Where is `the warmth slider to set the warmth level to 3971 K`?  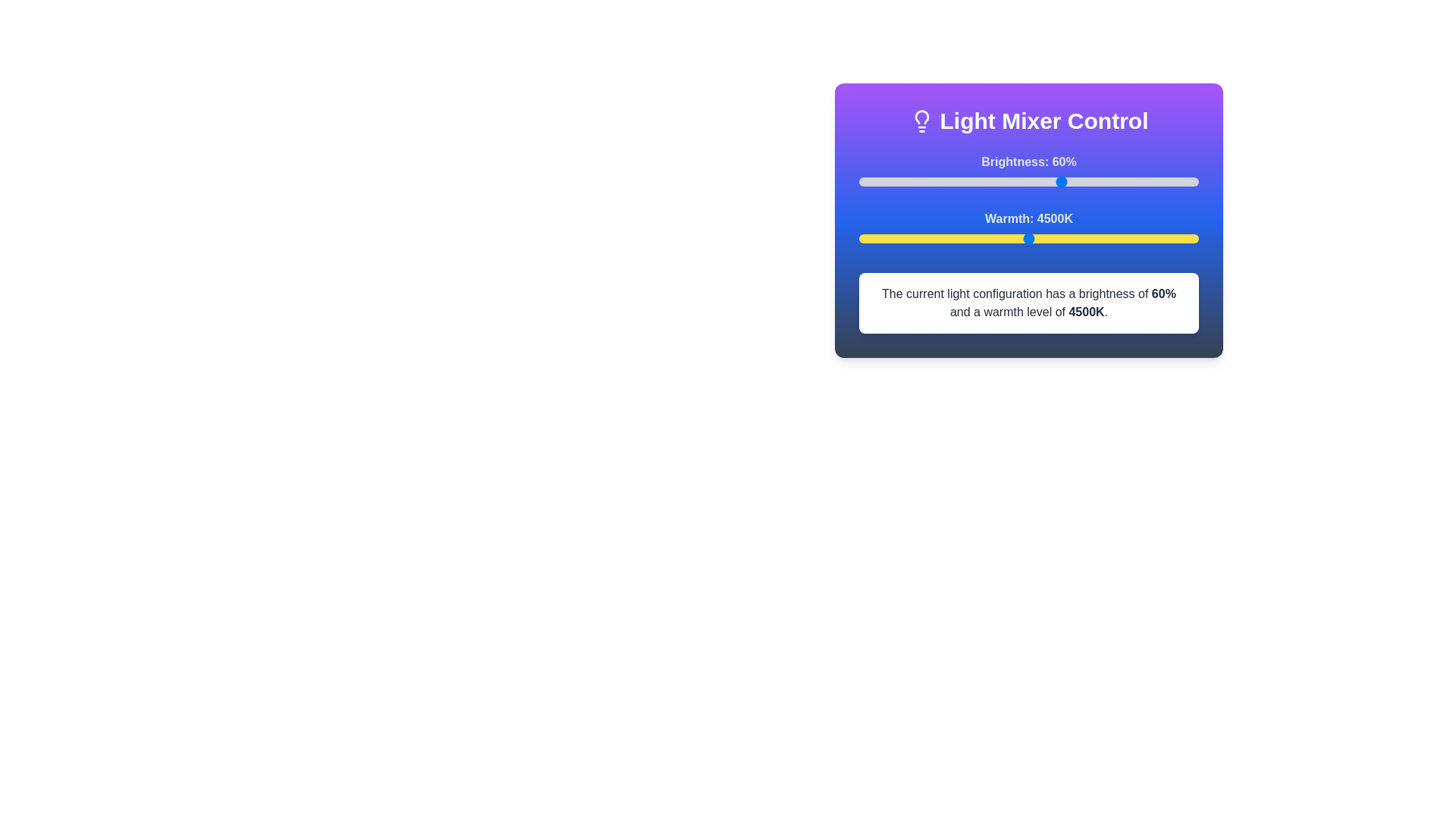 the warmth slider to set the warmth level to 3971 K is located at coordinates (993, 239).